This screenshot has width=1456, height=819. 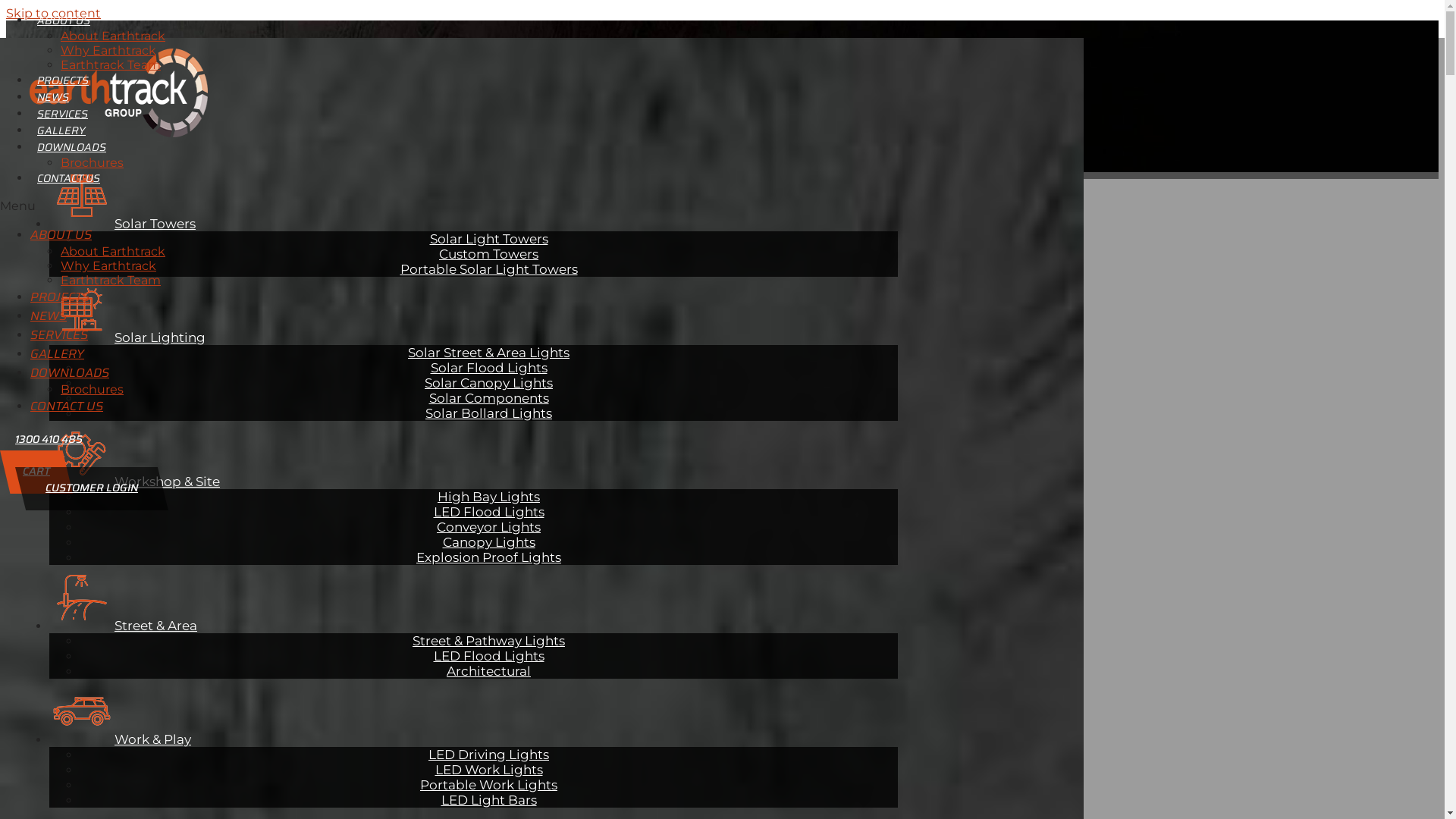 I want to click on 'Canopy Lights', so click(x=488, y=540).